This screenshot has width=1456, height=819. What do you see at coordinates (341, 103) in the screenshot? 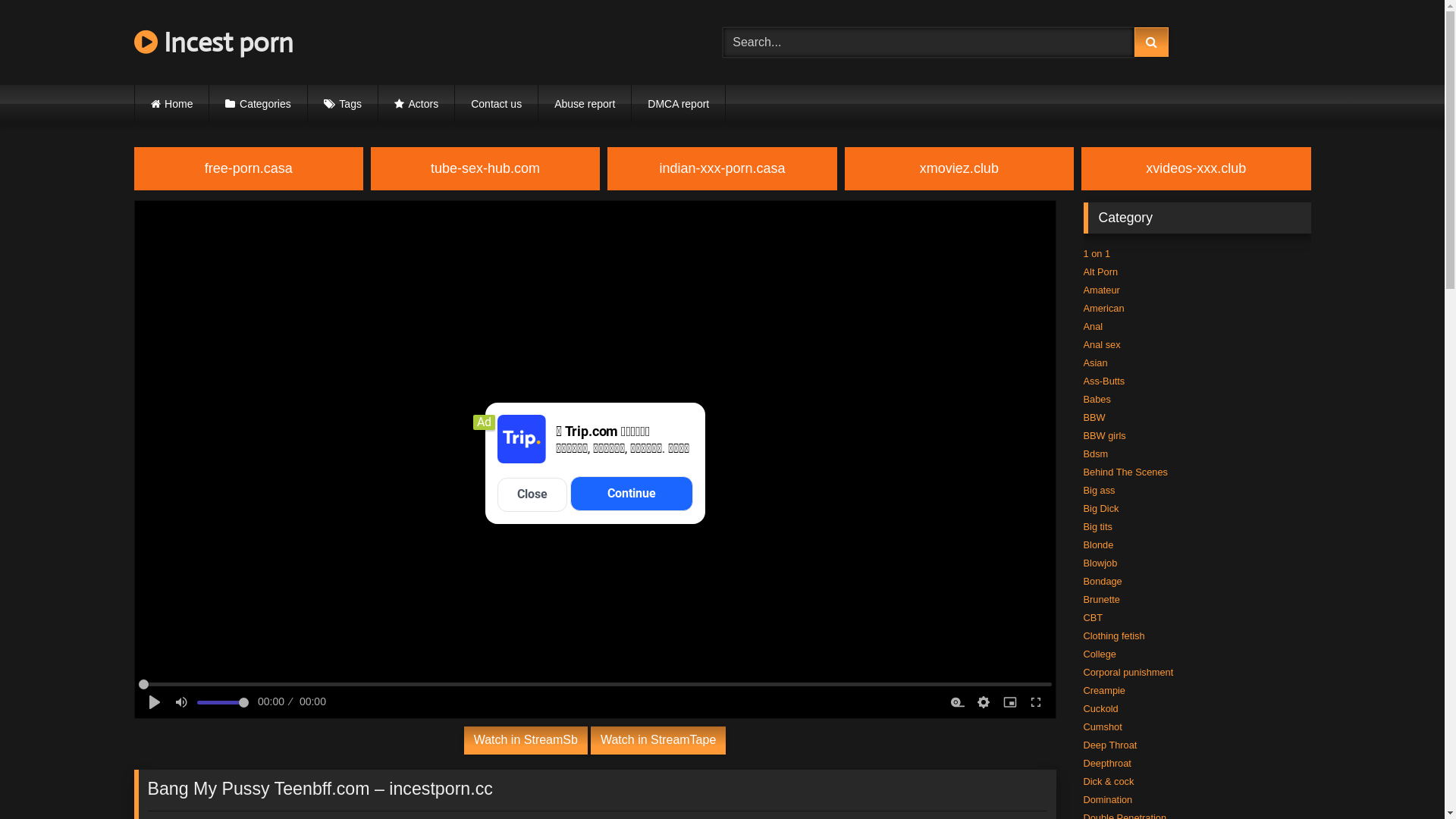
I see `'Tags'` at bounding box center [341, 103].